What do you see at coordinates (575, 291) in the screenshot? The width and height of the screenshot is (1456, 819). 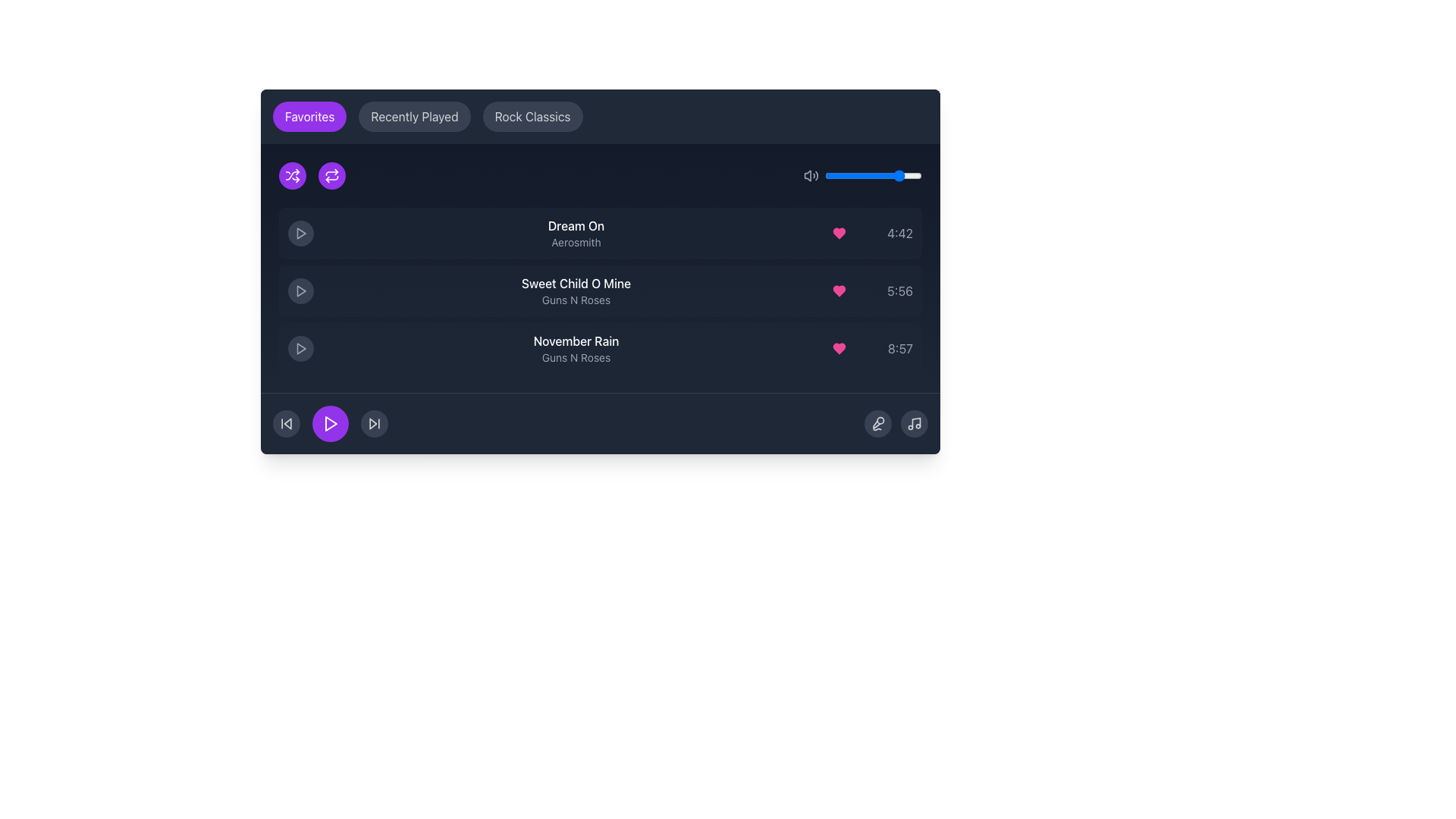 I see `the label displaying the title and artist of the second song entry in the playlist, located between the play button and the song duration icons` at bounding box center [575, 291].